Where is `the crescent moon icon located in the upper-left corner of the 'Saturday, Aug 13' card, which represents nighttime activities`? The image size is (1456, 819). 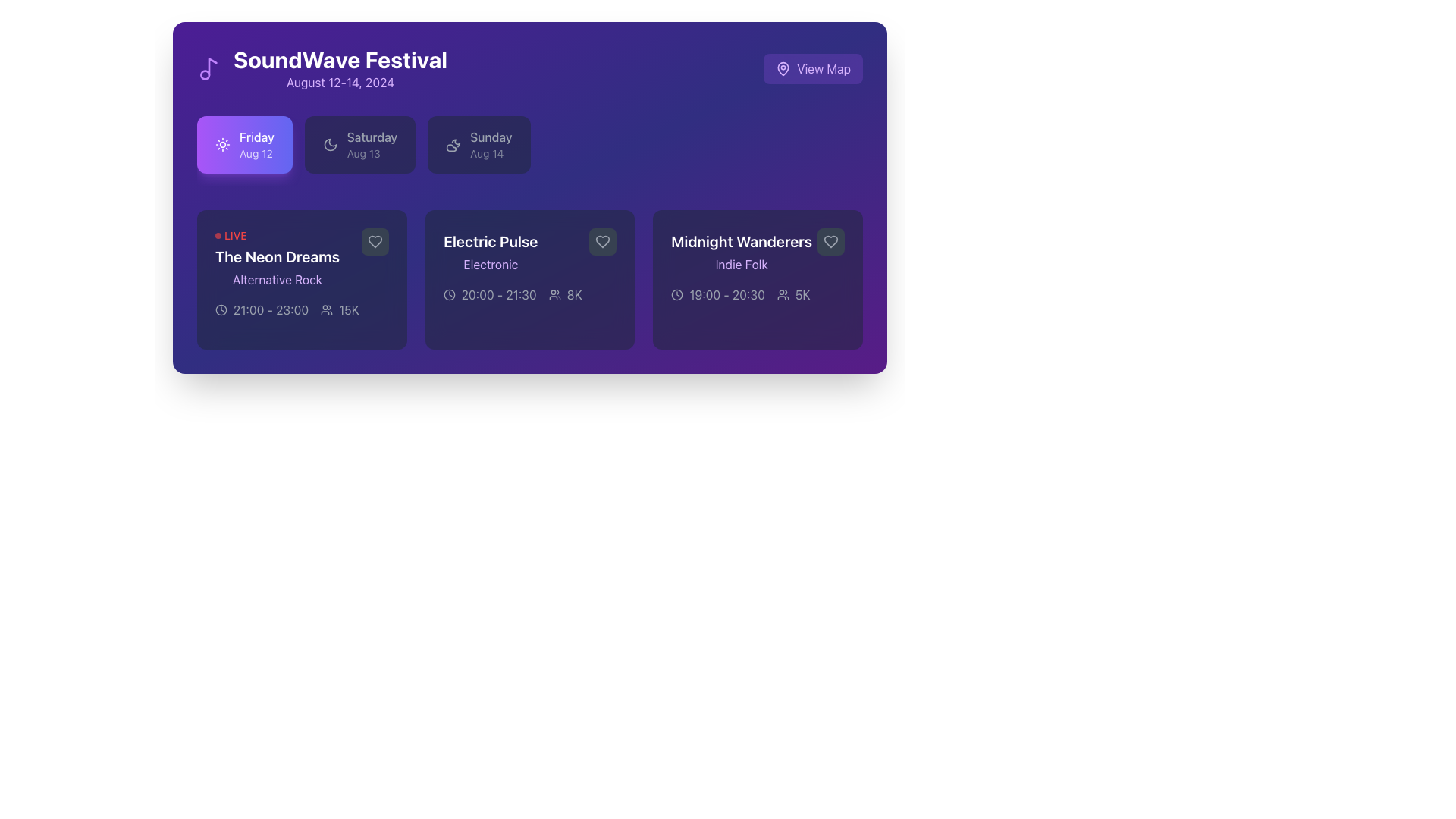 the crescent moon icon located in the upper-left corner of the 'Saturday, Aug 13' card, which represents nighttime activities is located at coordinates (329, 145).